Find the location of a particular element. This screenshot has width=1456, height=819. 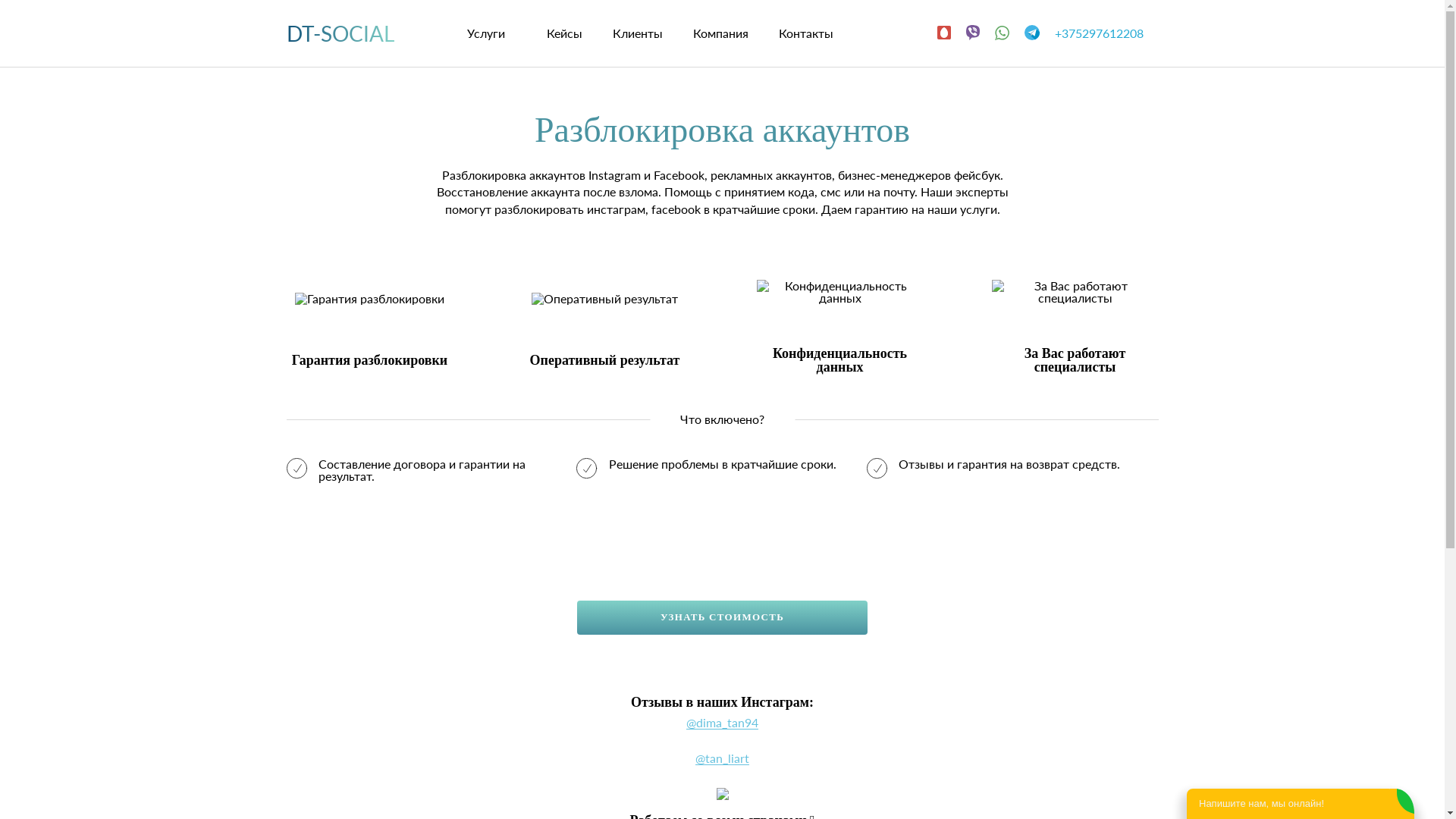

'DT-SOCIAL' is located at coordinates (340, 33).